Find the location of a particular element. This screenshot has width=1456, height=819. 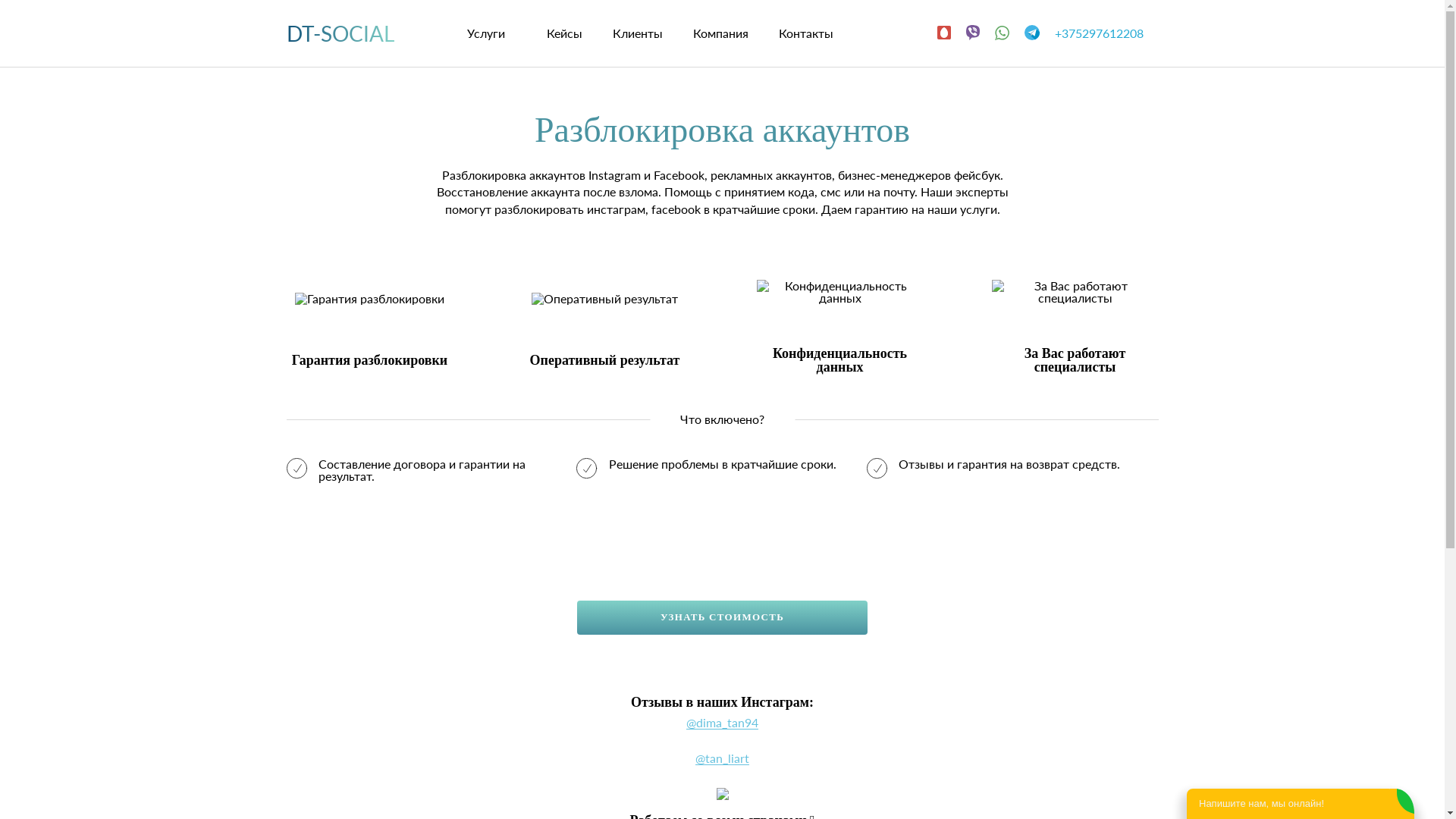

'DT-SOCIAL' is located at coordinates (340, 33).